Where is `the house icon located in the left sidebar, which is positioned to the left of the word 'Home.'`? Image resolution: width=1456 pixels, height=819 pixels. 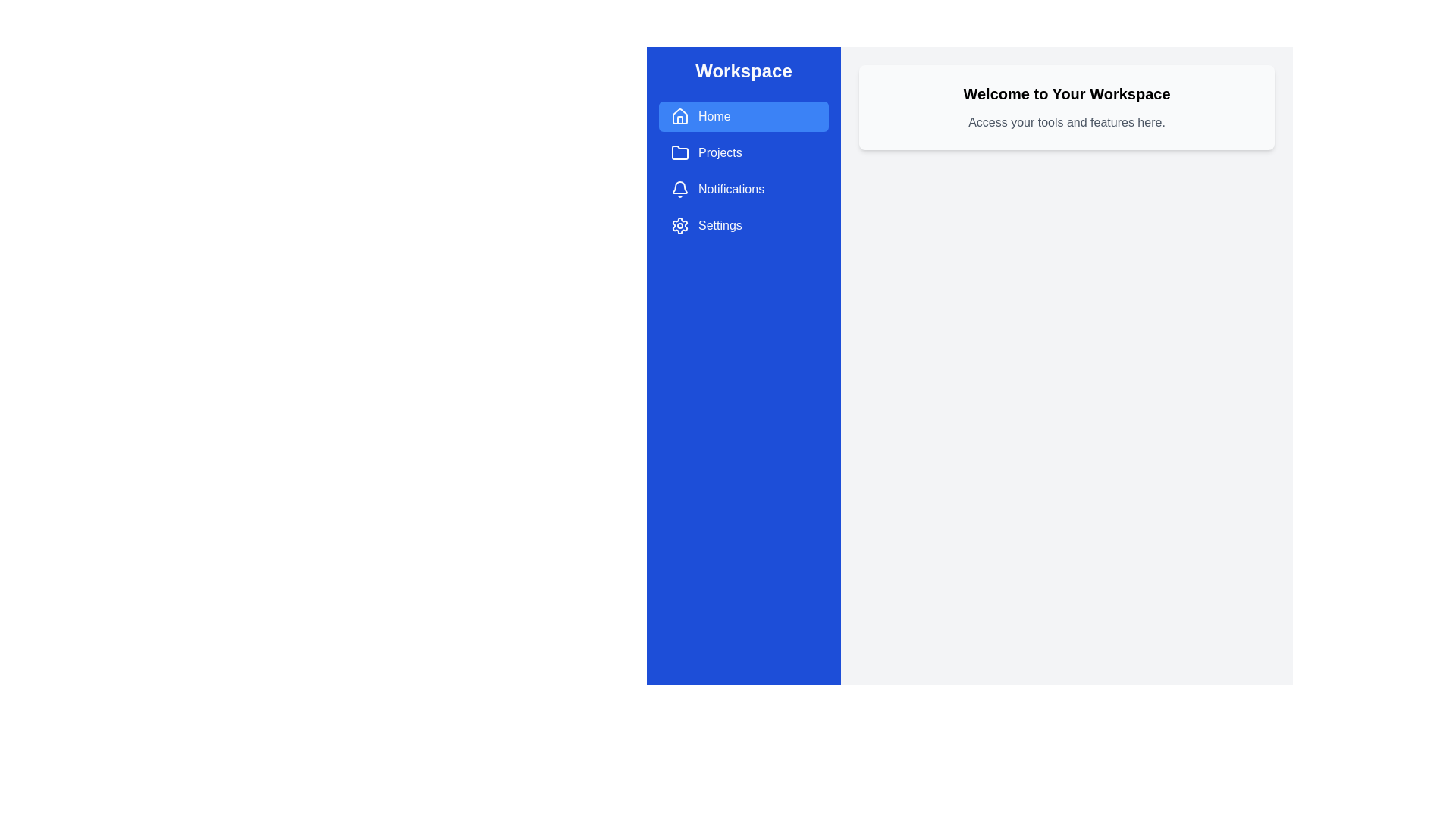 the house icon located in the left sidebar, which is positioned to the left of the word 'Home.' is located at coordinates (679, 116).